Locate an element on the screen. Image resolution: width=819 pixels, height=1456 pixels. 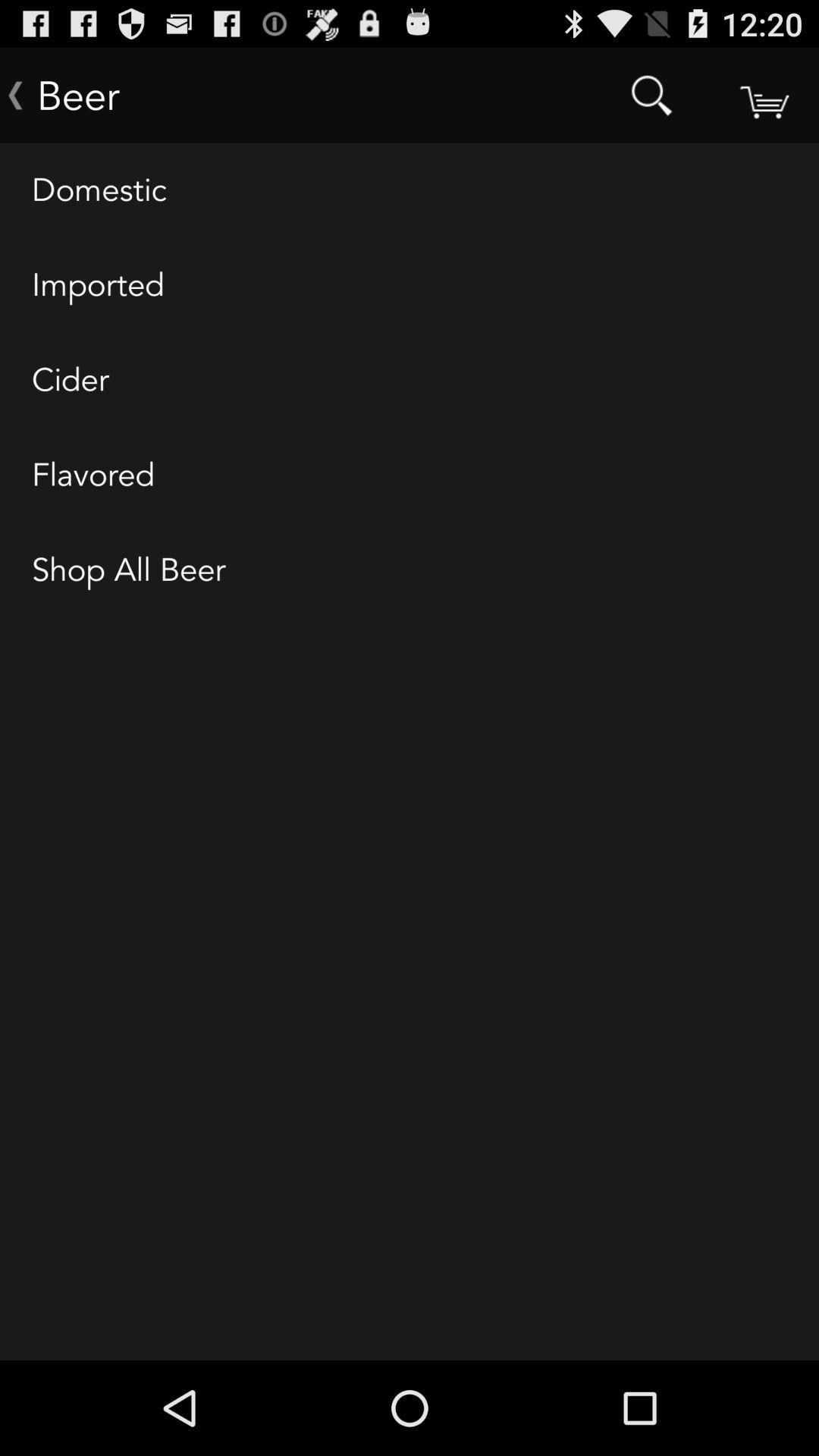
flavored item is located at coordinates (409, 475).